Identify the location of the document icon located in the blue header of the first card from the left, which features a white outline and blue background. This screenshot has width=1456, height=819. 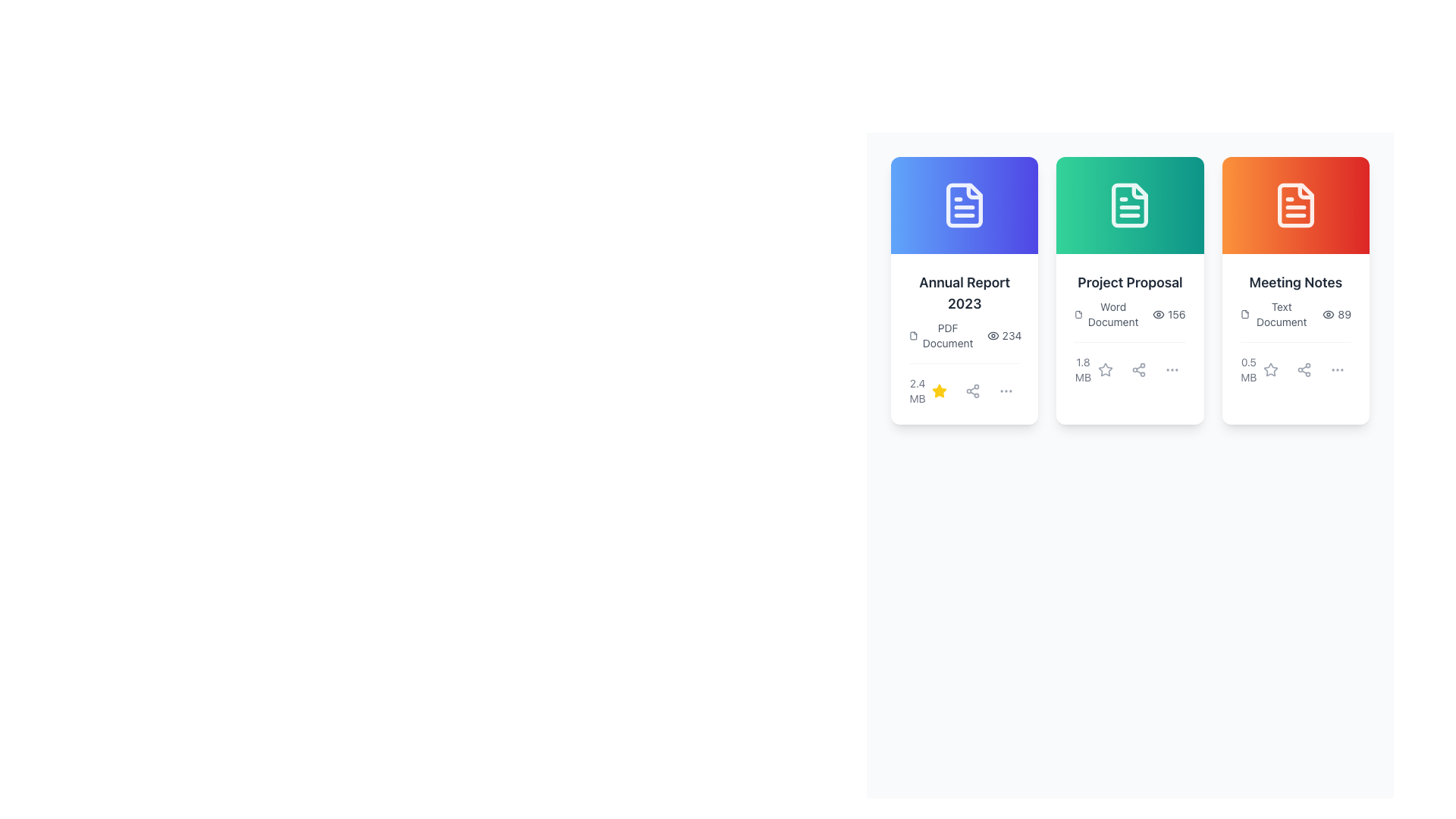
(964, 205).